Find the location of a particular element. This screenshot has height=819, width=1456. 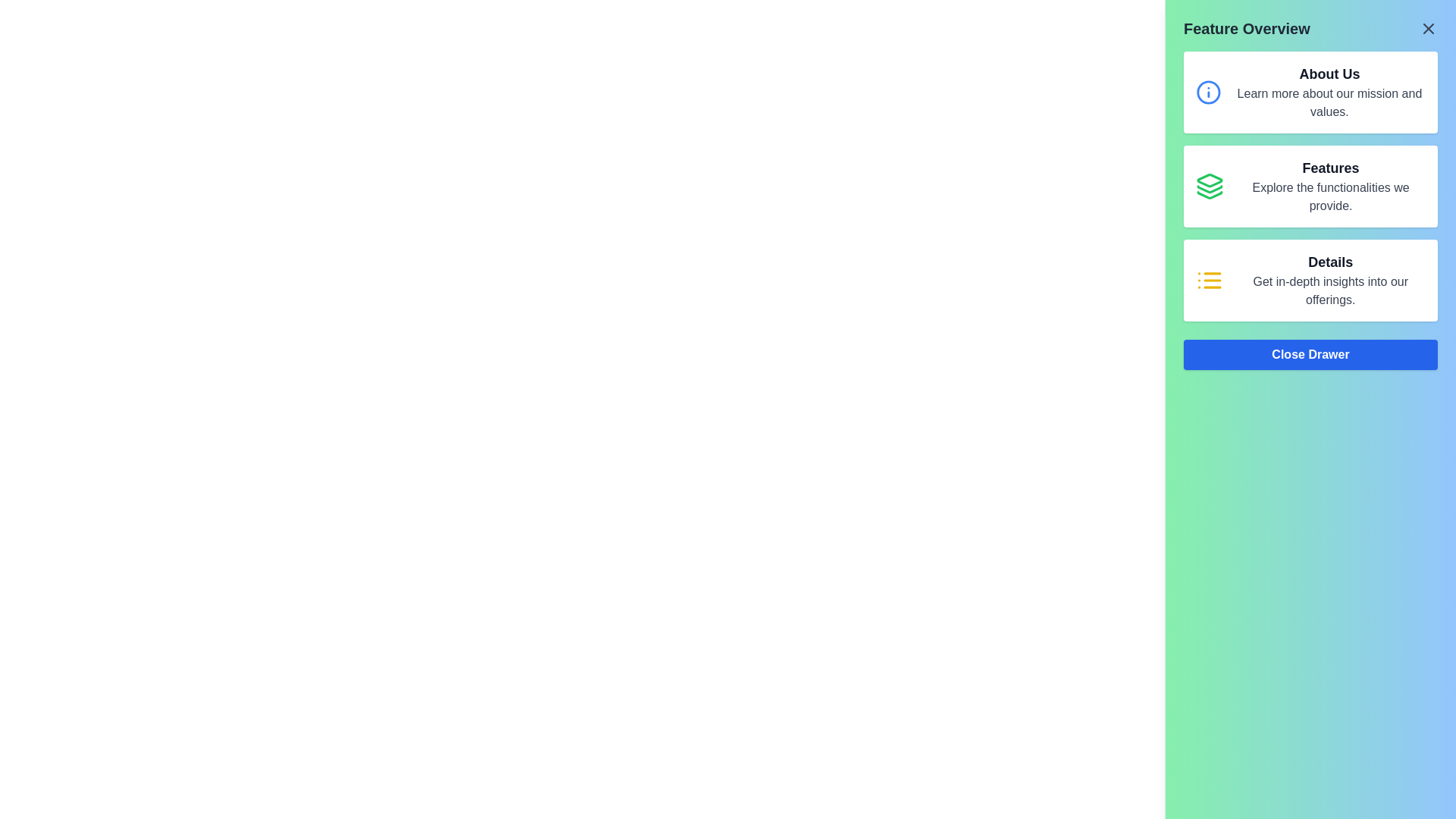

information presented in the 'About Us' informational card, which features a bold title and descriptive text, located at the top of the 'Feature Overview' drawer is located at coordinates (1310, 93).